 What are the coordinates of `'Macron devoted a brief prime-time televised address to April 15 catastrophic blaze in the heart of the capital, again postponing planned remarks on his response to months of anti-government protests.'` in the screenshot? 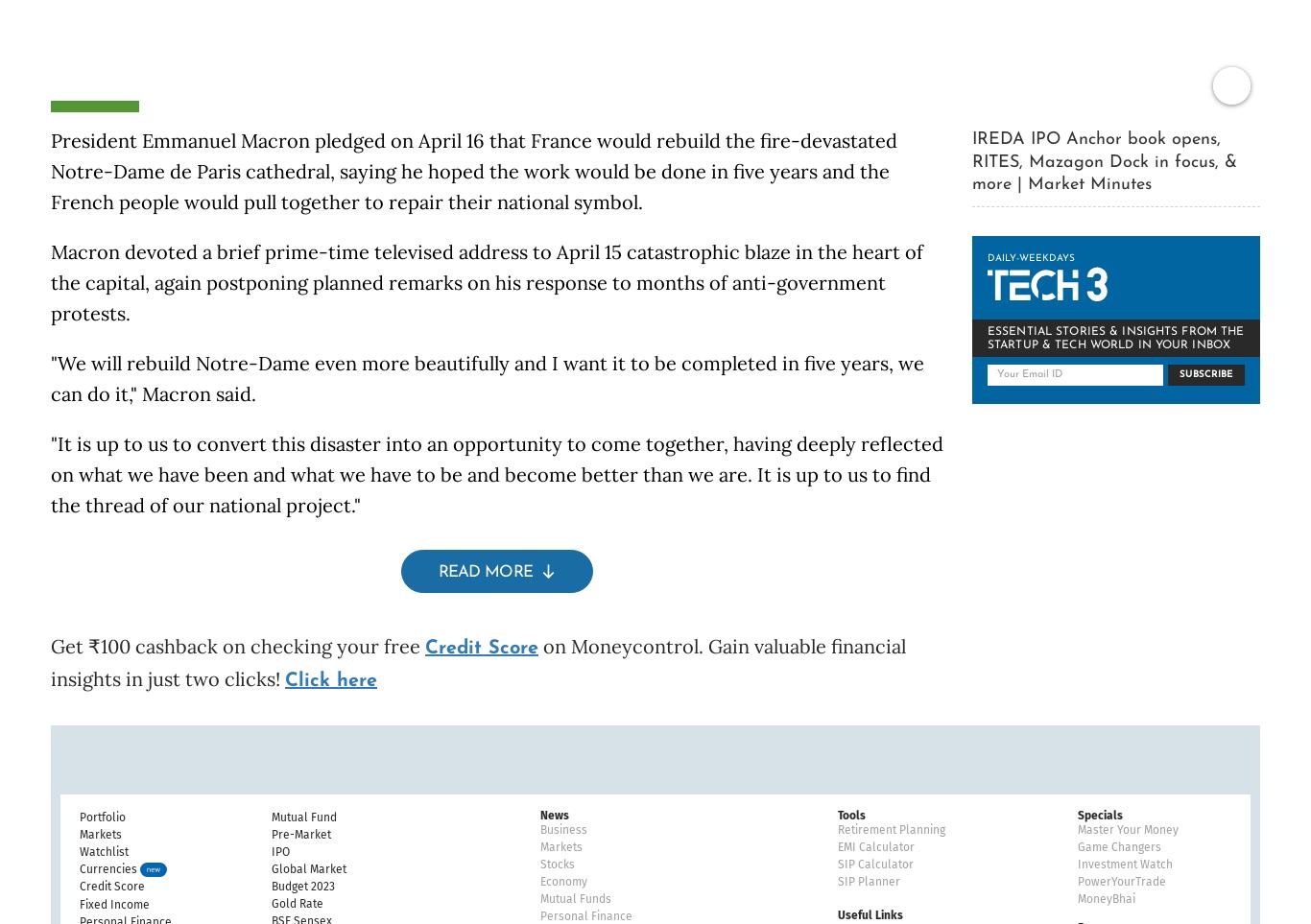 It's located at (51, 280).